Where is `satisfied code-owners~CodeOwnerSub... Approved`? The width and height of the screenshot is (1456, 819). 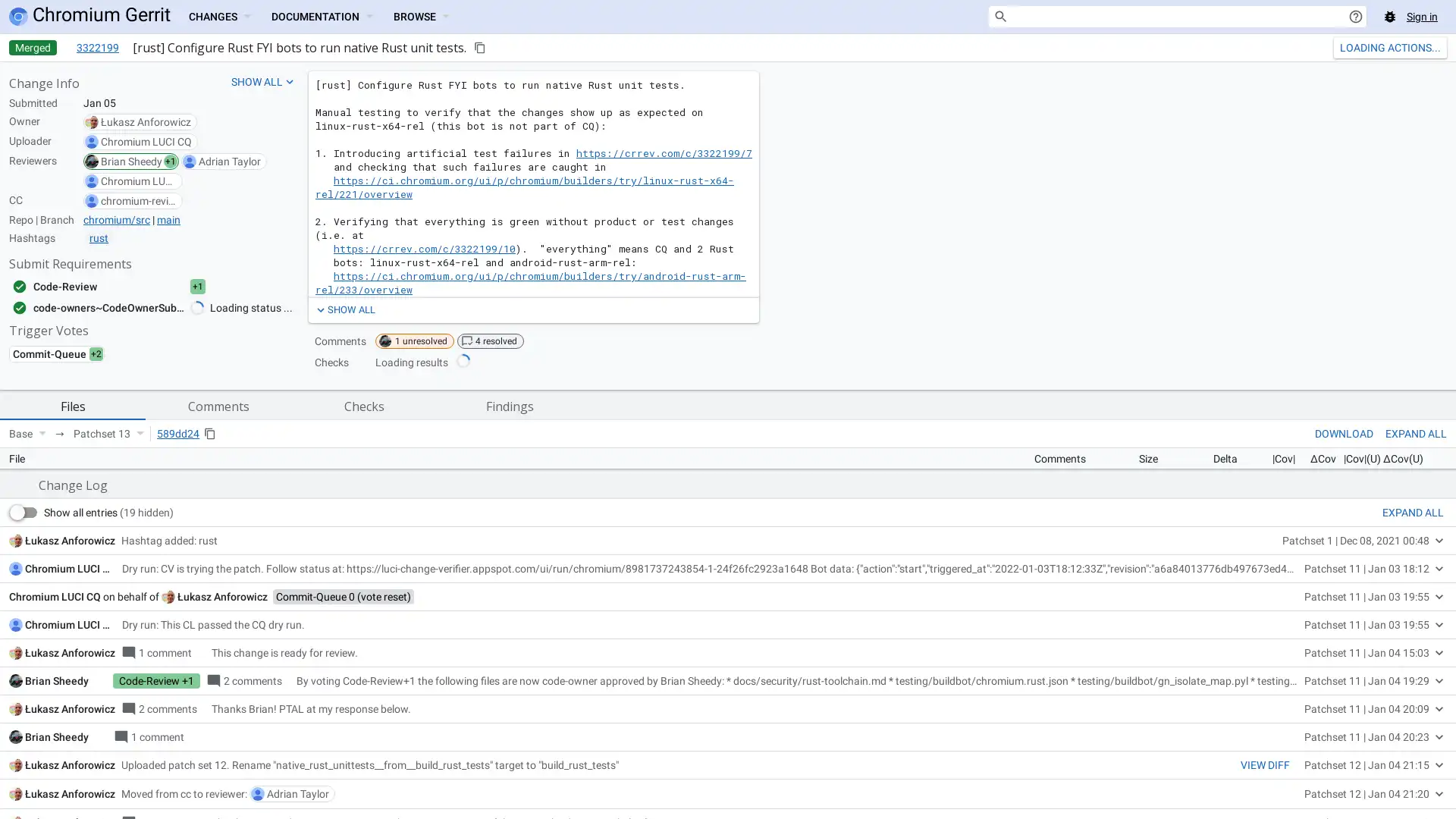 satisfied code-owners~CodeOwnerSub... Approved is located at coordinates (124, 307).